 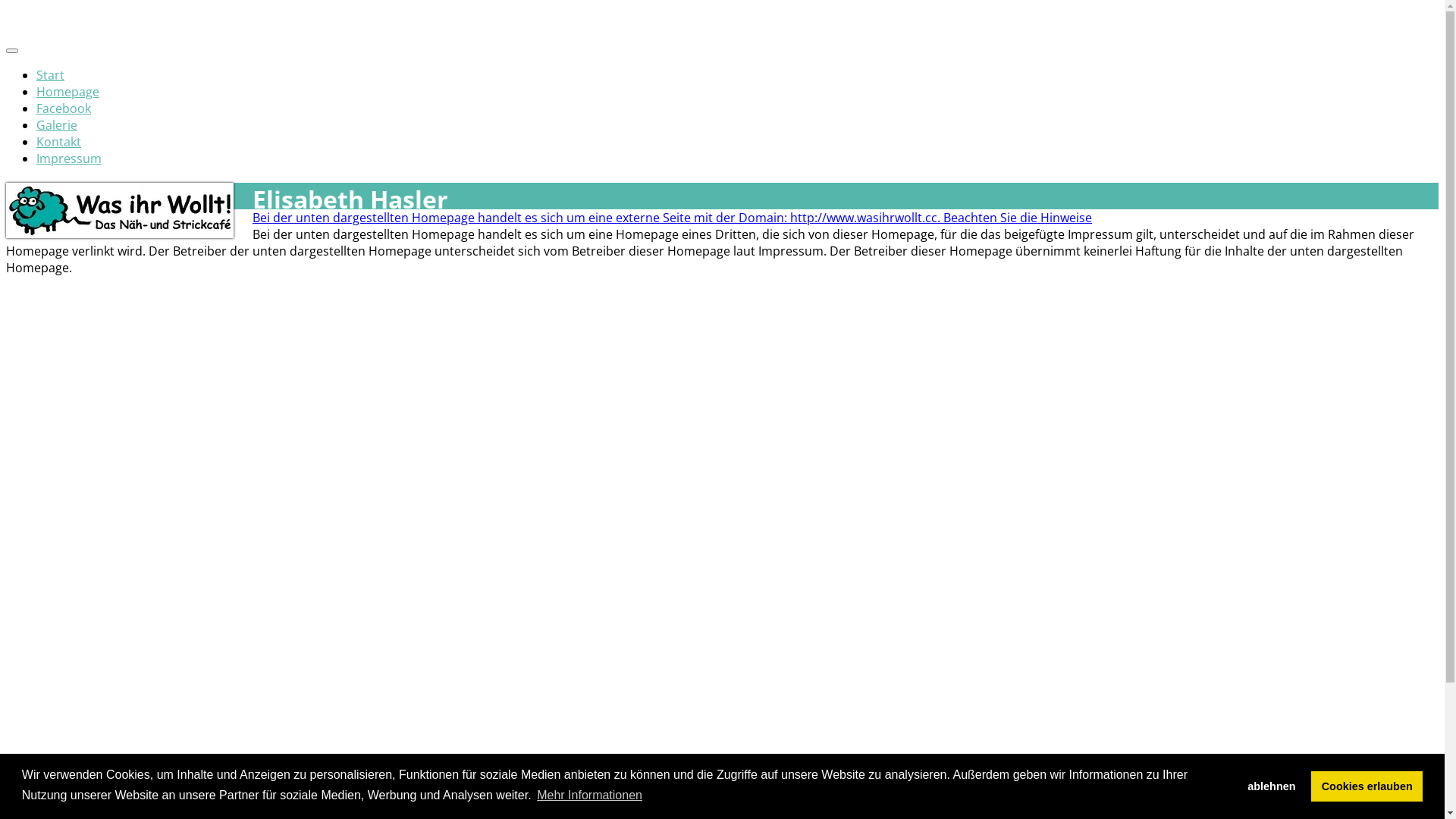 I want to click on 'Mehr Informationen', so click(x=588, y=795).